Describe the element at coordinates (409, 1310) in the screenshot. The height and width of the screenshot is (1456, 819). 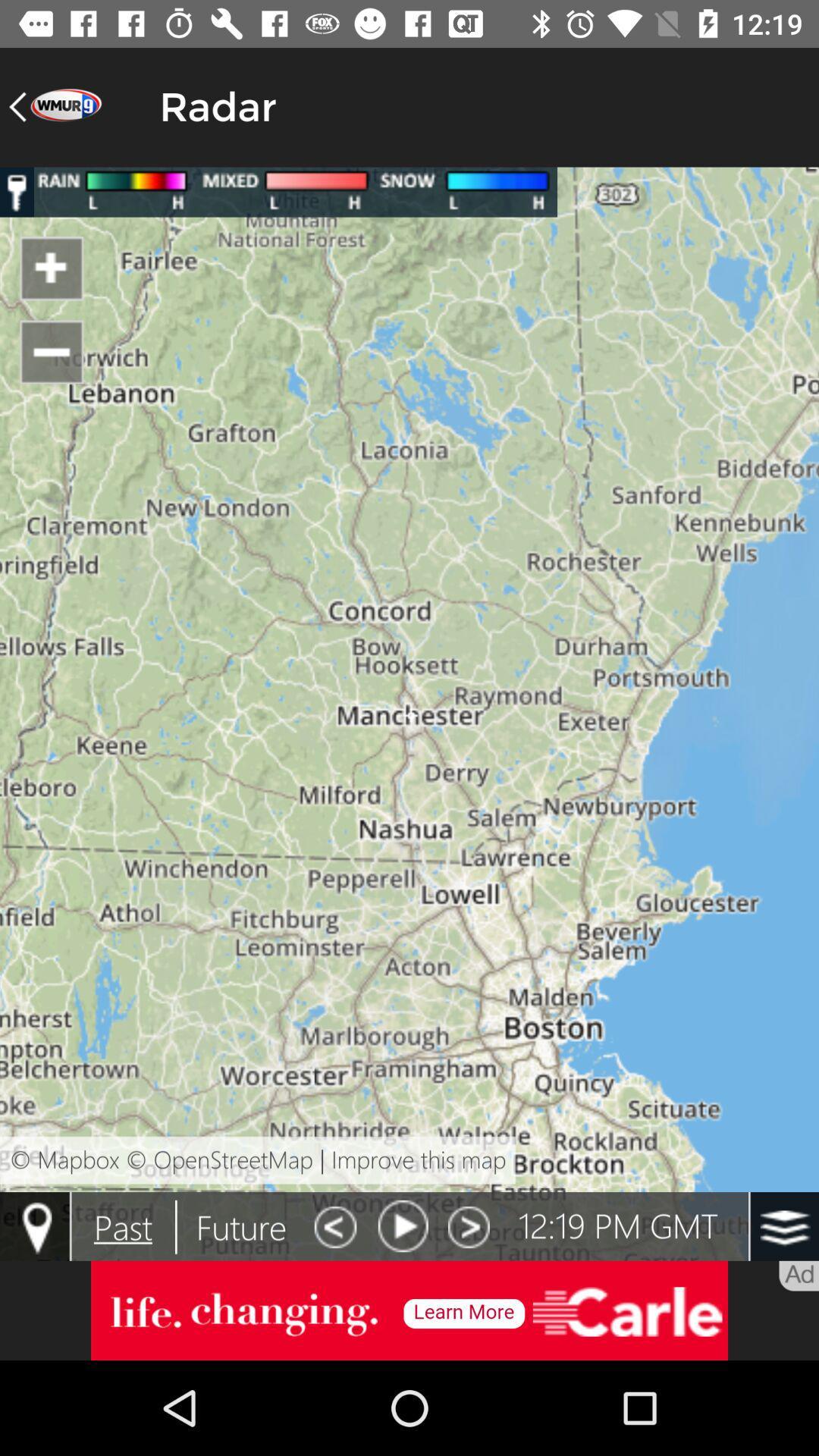
I see `advertisement page` at that location.